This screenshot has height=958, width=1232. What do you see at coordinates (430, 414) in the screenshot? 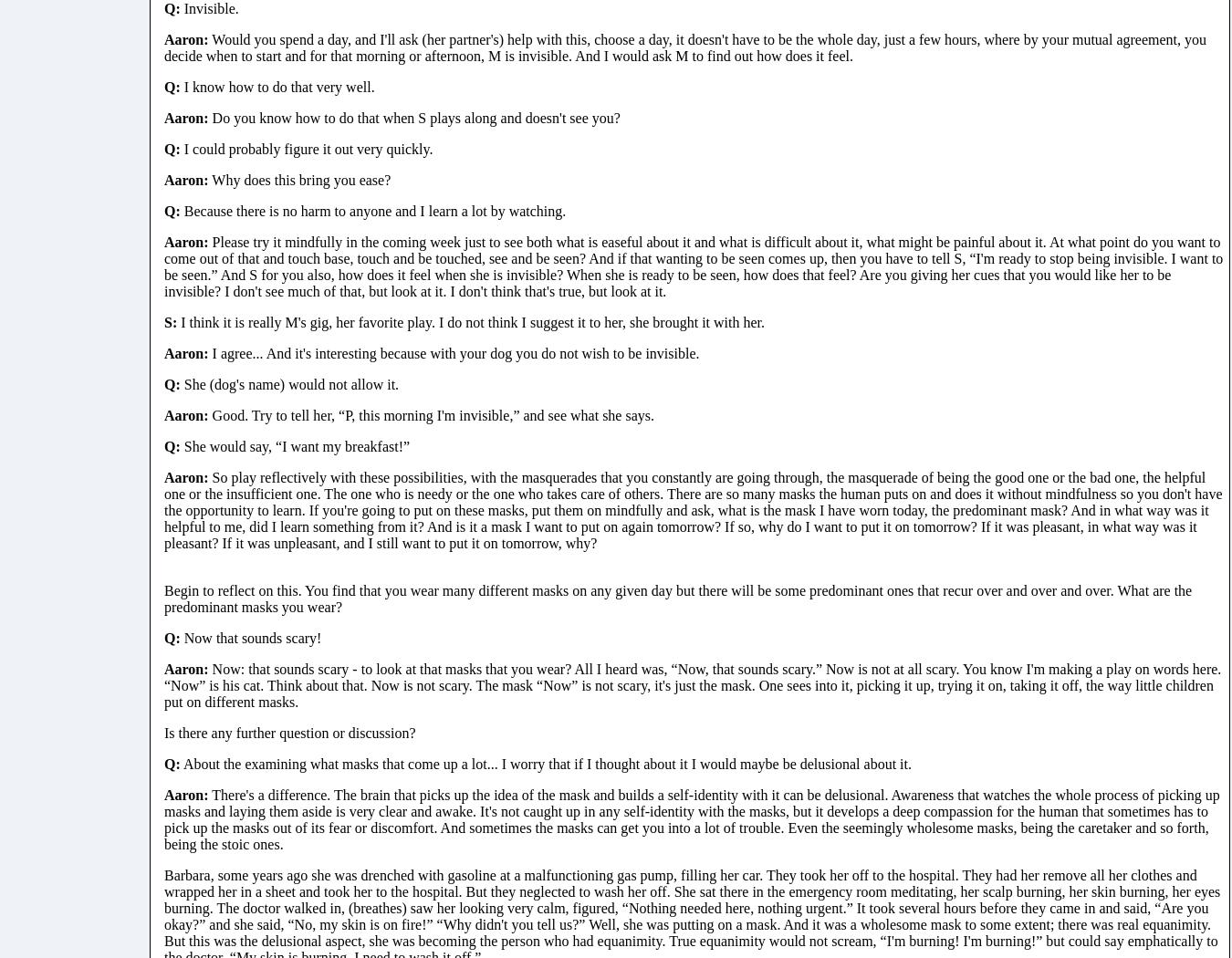
I see `'Good. Try to tell her, “P, this morning I'm invisible,” and see what she says.'` at bounding box center [430, 414].